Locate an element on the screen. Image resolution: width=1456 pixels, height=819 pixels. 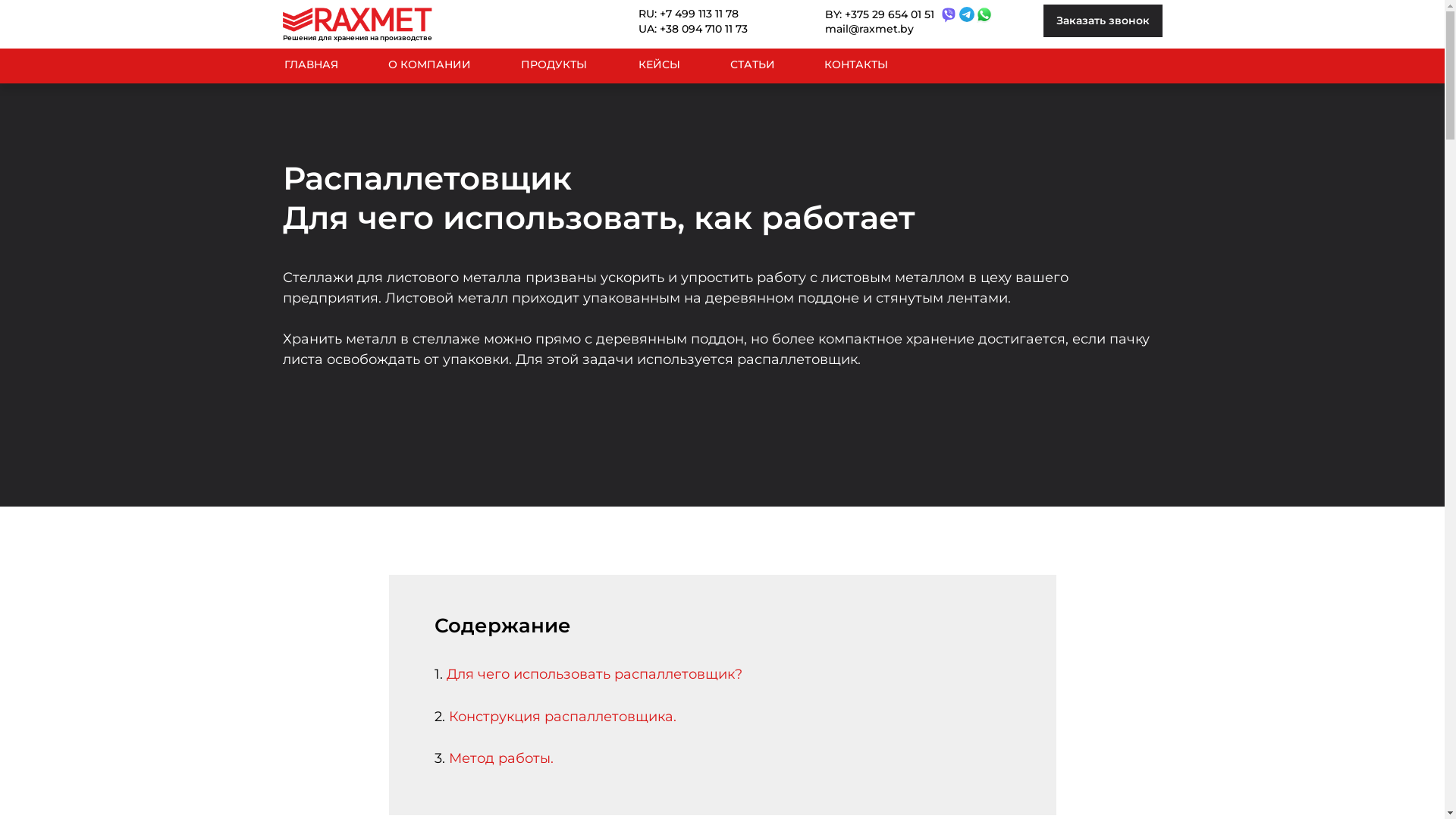
'UA: +38 094 710 11 73' is located at coordinates (704, 29).